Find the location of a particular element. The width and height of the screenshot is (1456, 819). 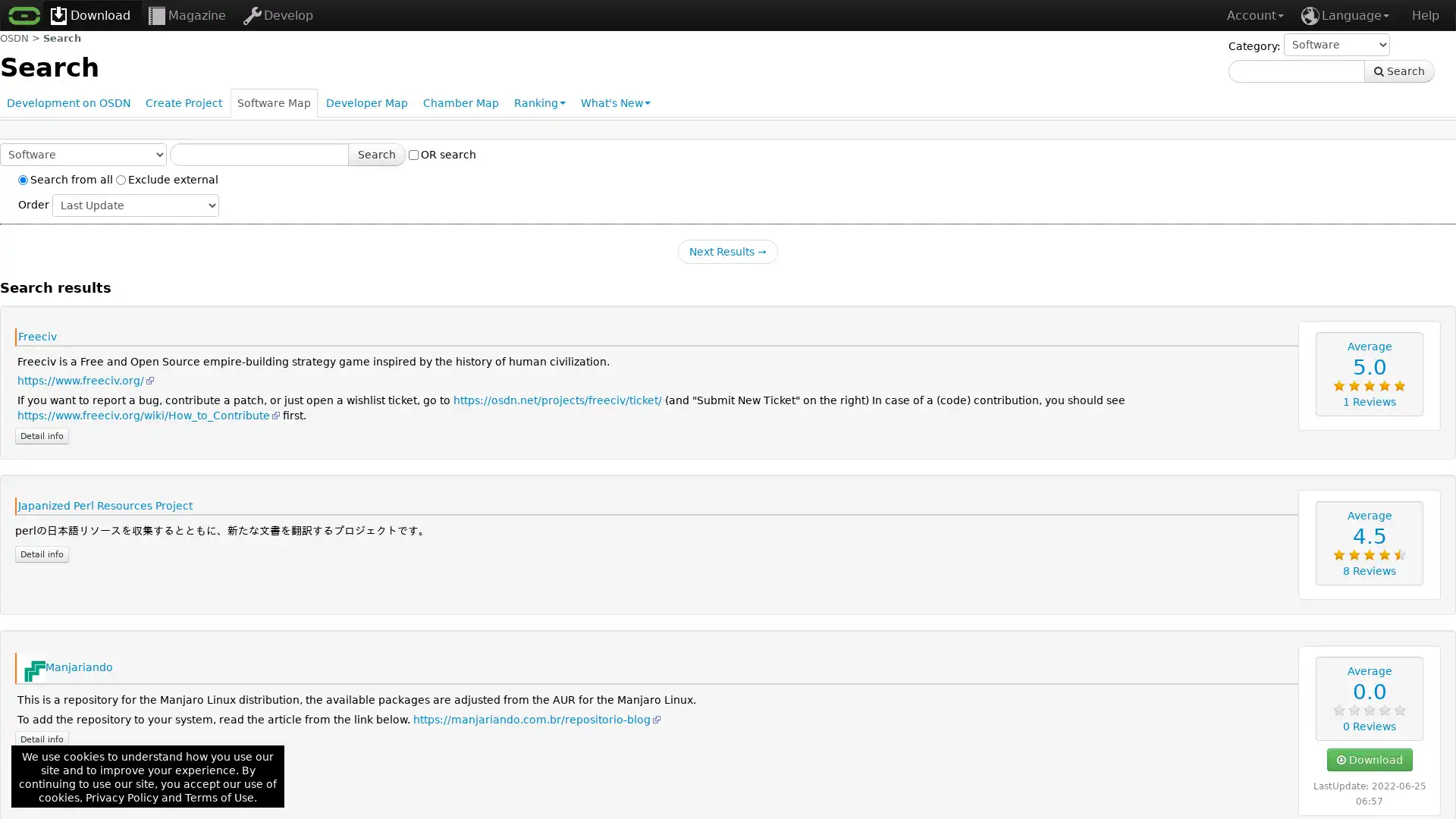

Detail info is located at coordinates (42, 739).